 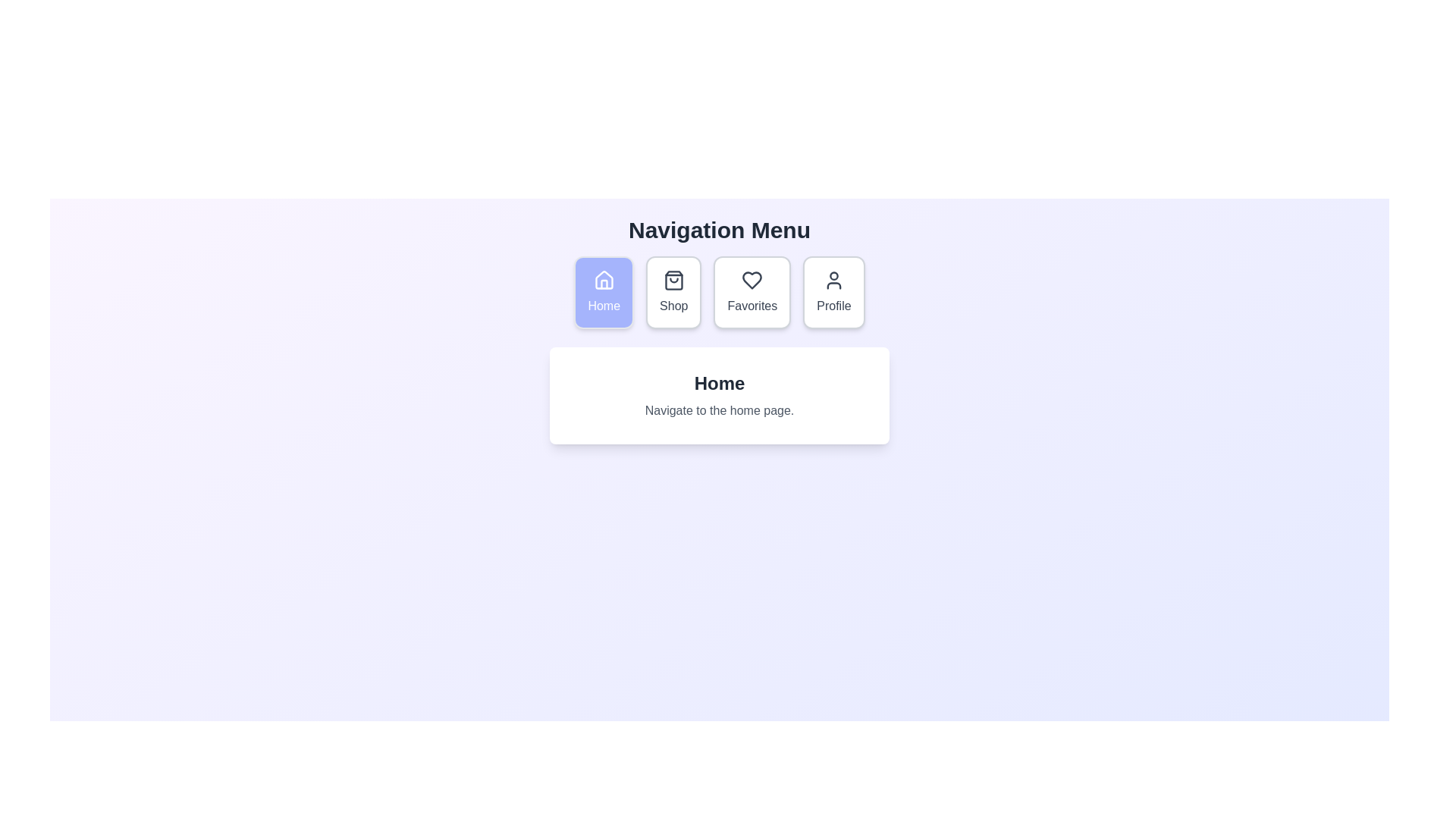 I want to click on the 'Shop' button in the navigation bar to observe any hover effects, so click(x=673, y=292).